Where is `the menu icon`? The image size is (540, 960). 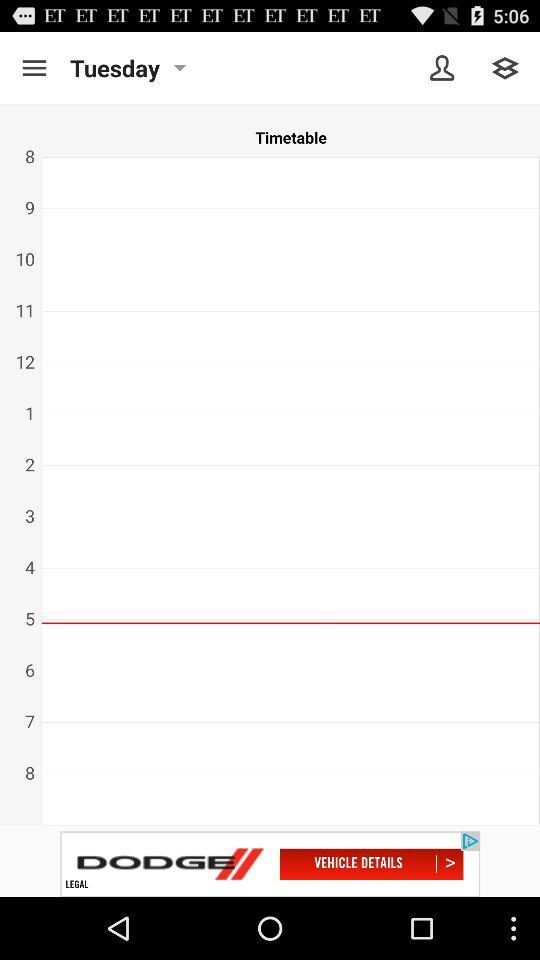
the menu icon is located at coordinates (33, 73).